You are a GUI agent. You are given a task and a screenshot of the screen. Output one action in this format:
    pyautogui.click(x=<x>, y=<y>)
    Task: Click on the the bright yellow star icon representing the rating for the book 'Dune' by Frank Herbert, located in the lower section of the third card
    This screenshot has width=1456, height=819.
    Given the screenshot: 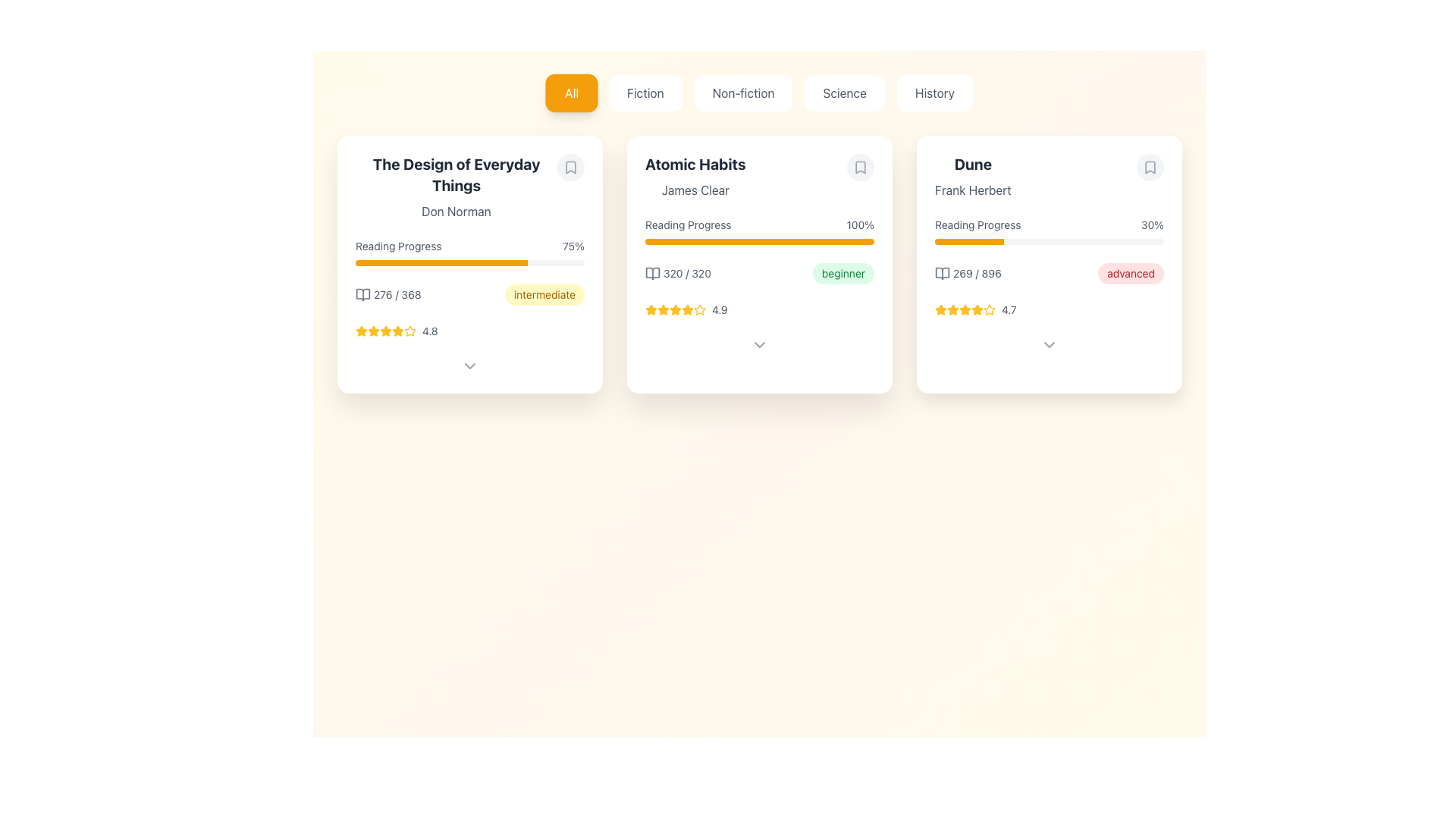 What is the action you would take?
    pyautogui.click(x=940, y=309)
    